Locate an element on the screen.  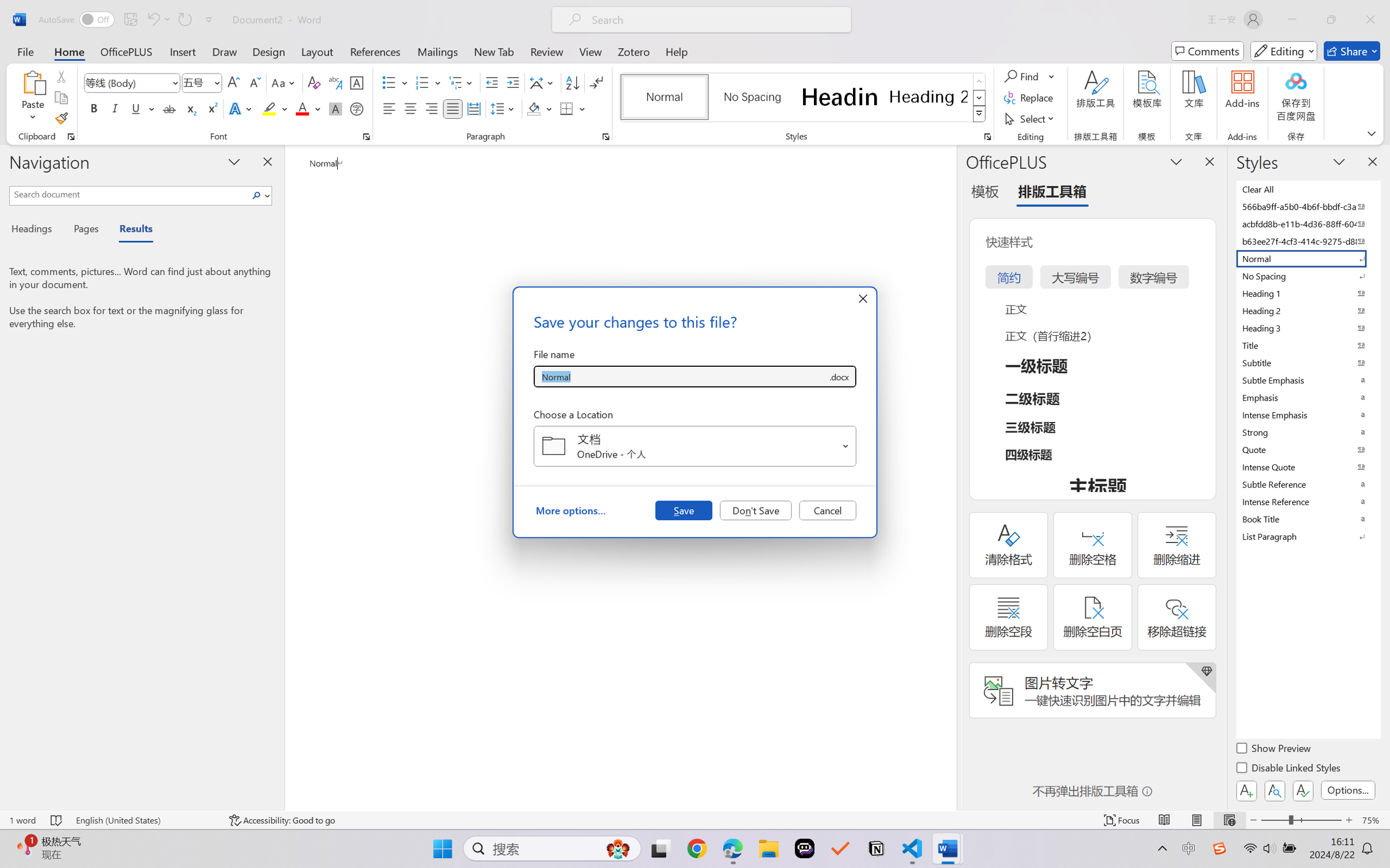
'Enclose Characters...' is located at coordinates (357, 108).